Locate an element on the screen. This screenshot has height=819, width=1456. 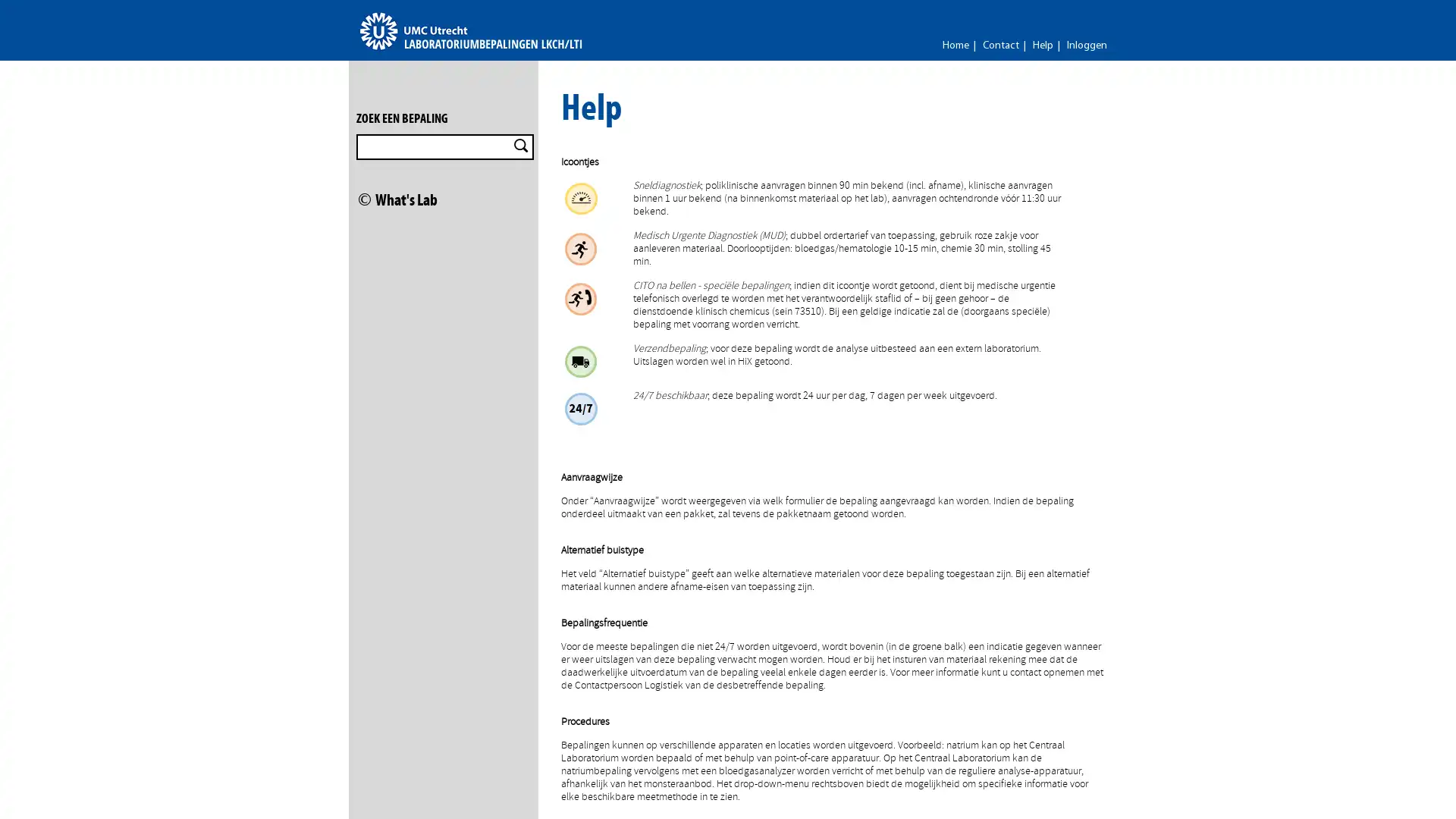
Zoek naar bepaling is located at coordinates (520, 146).